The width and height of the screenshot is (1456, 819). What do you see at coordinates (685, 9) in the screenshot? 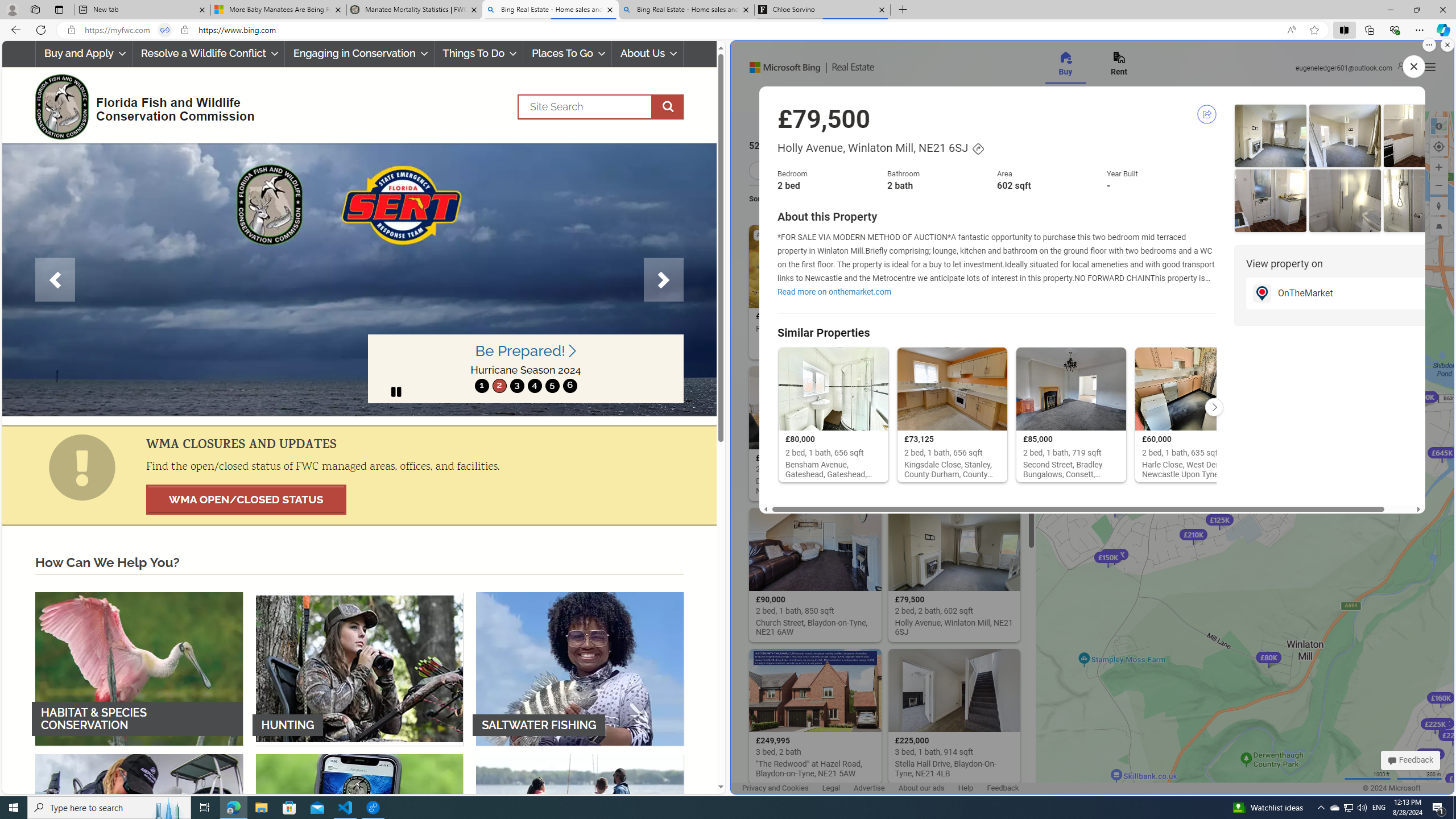
I see `'Bing Real Estate - Home sales and rental listings'` at bounding box center [685, 9].